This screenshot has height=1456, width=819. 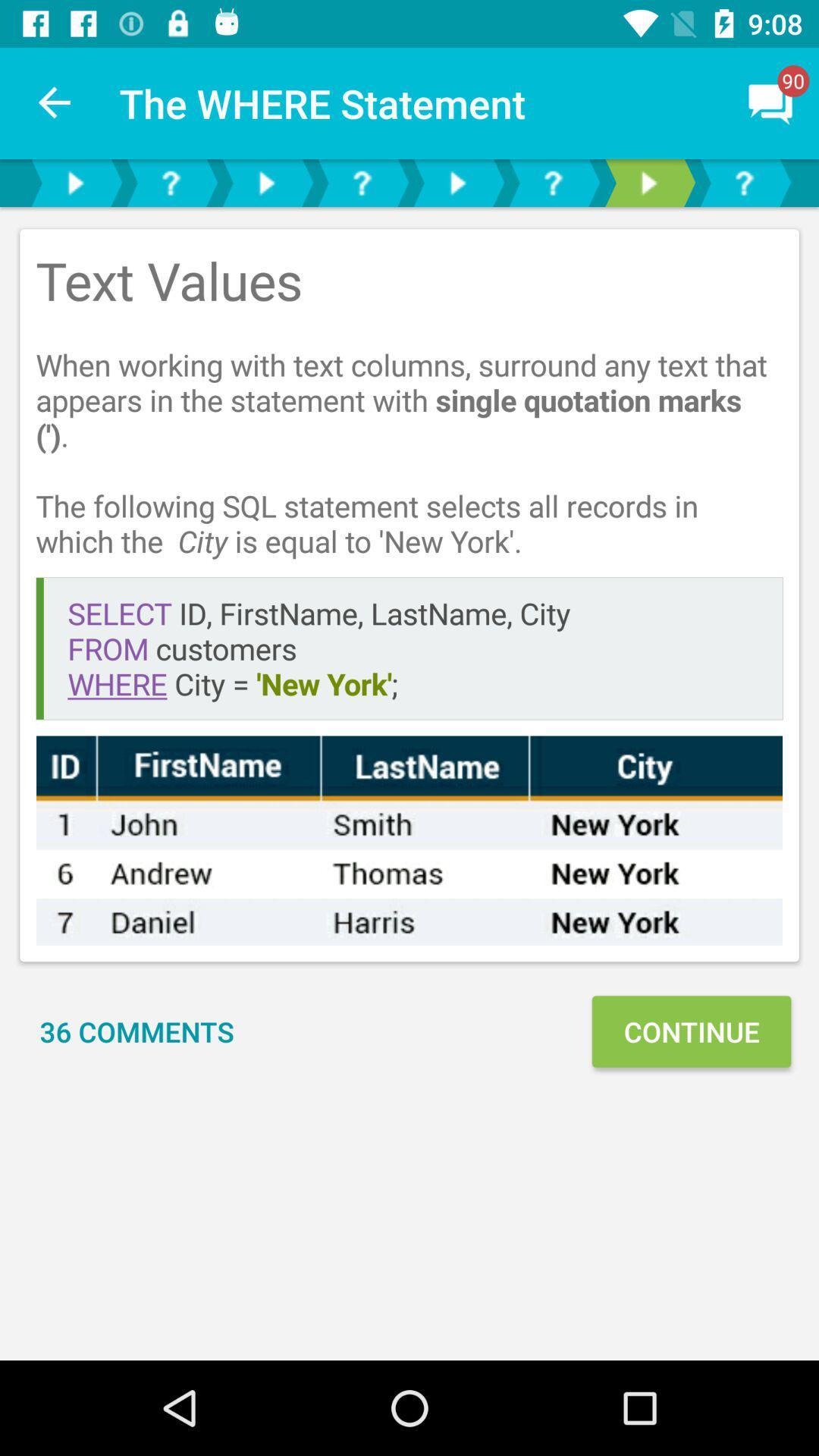 I want to click on the help icon, so click(x=170, y=182).